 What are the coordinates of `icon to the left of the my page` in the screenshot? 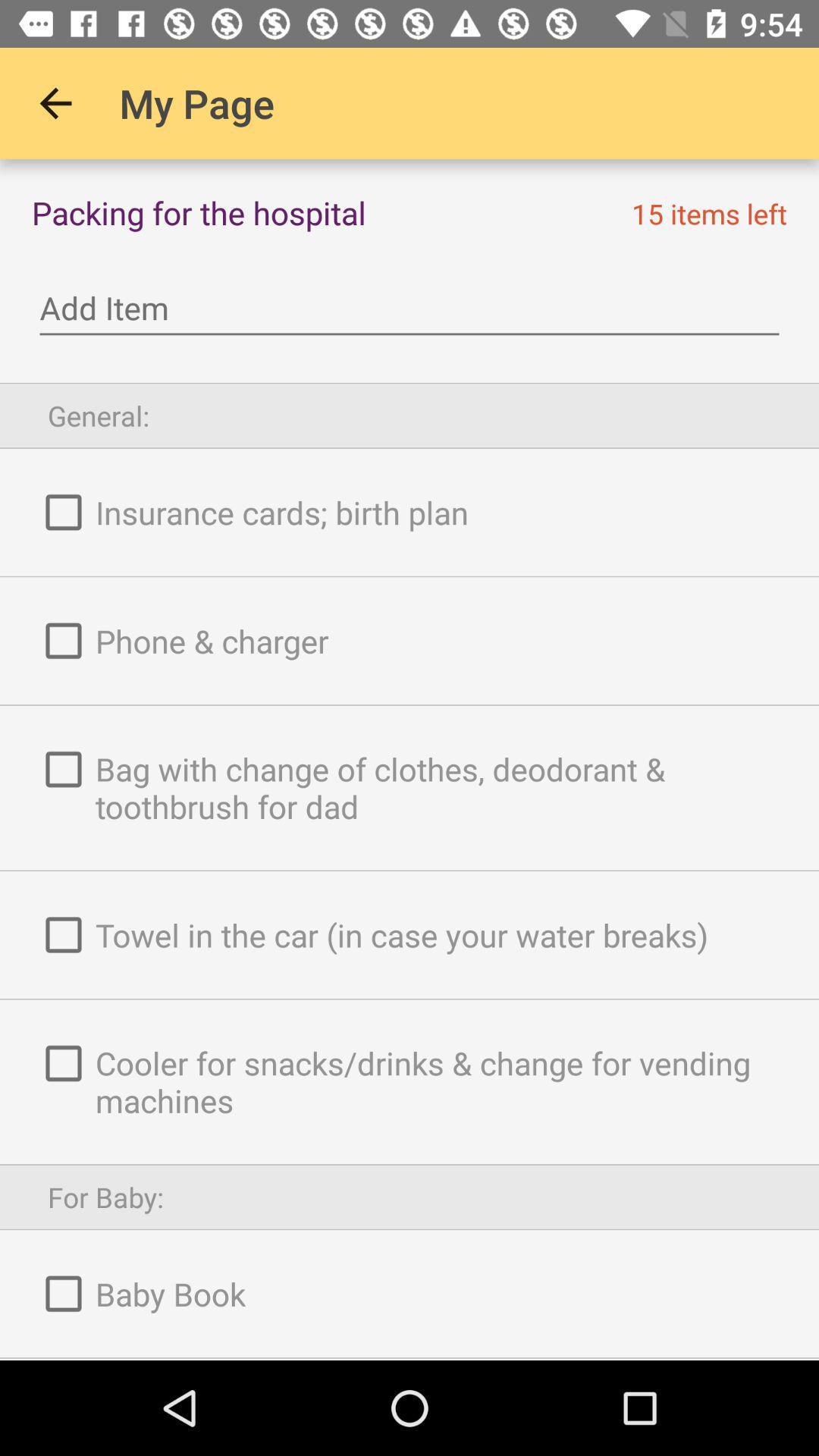 It's located at (55, 102).